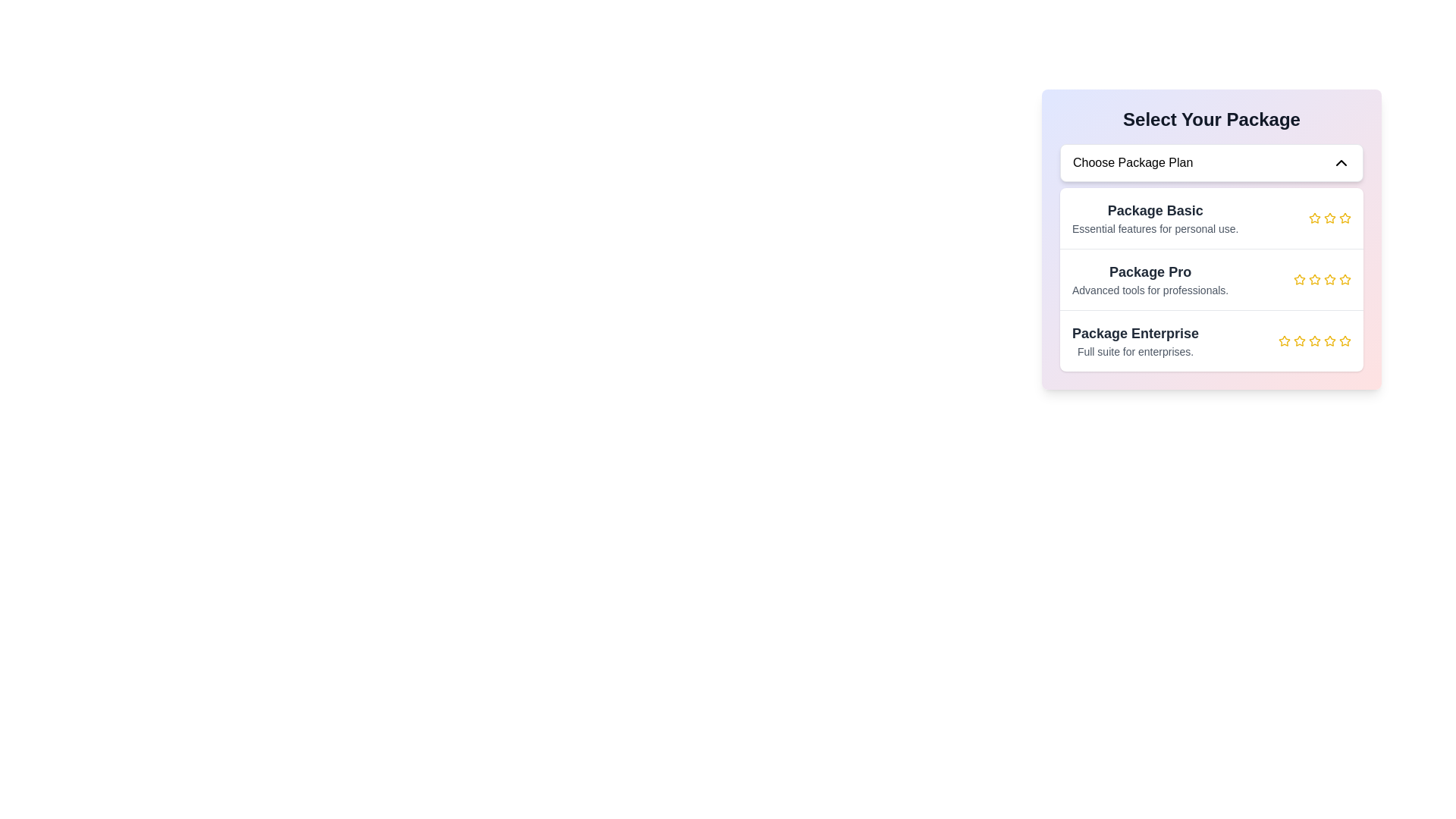 The image size is (1456, 819). Describe the element at coordinates (1313, 341) in the screenshot. I see `the fourth star-shaped rating icon in the horizontal row under 'Package Enterprise'` at that location.